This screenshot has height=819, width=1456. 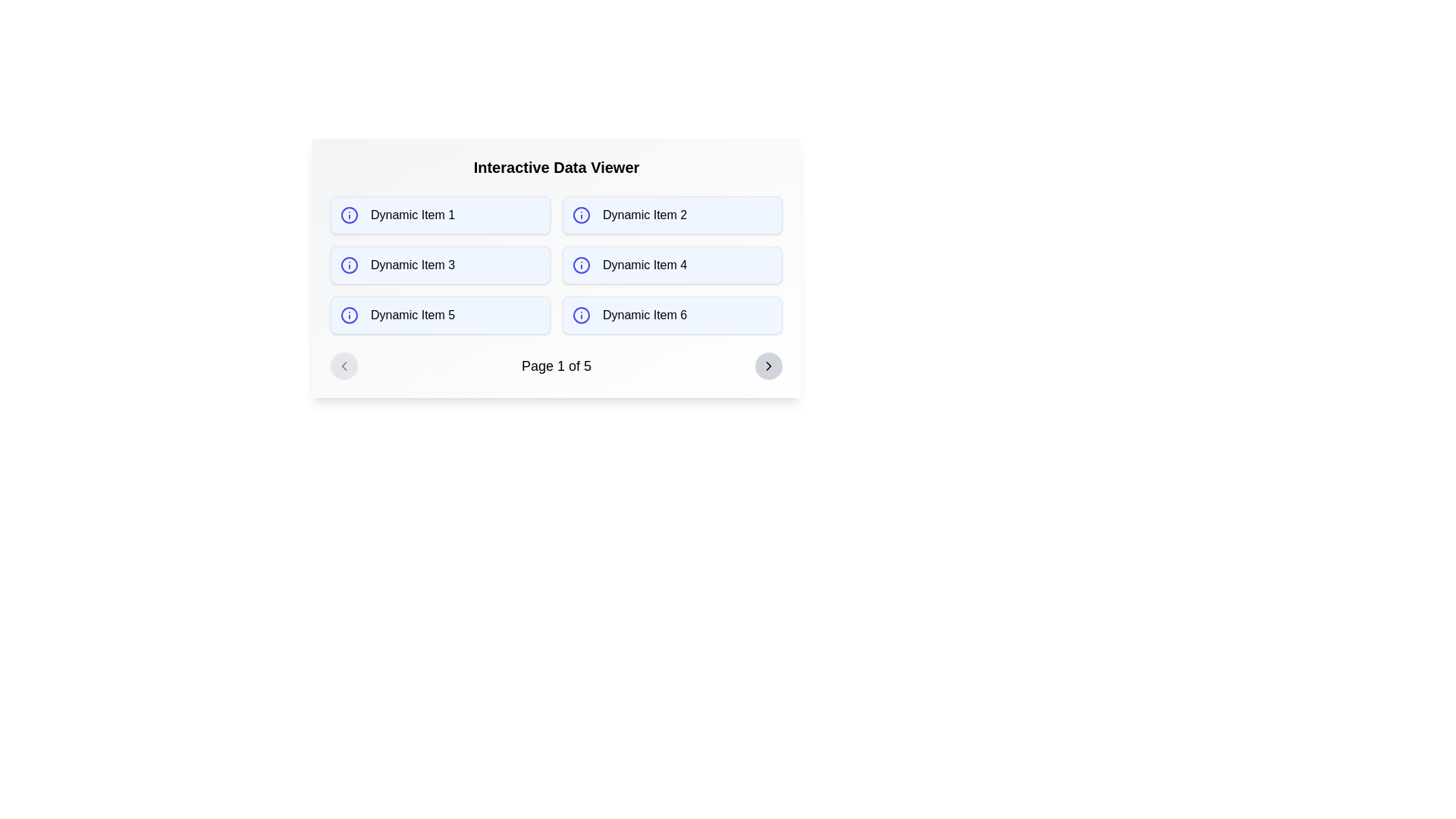 What do you see at coordinates (672, 215) in the screenshot?
I see `the Display card containing the text 'Dynamic Item 2' and an 'i' icon, located in the upper-right position of the grid layout` at bounding box center [672, 215].